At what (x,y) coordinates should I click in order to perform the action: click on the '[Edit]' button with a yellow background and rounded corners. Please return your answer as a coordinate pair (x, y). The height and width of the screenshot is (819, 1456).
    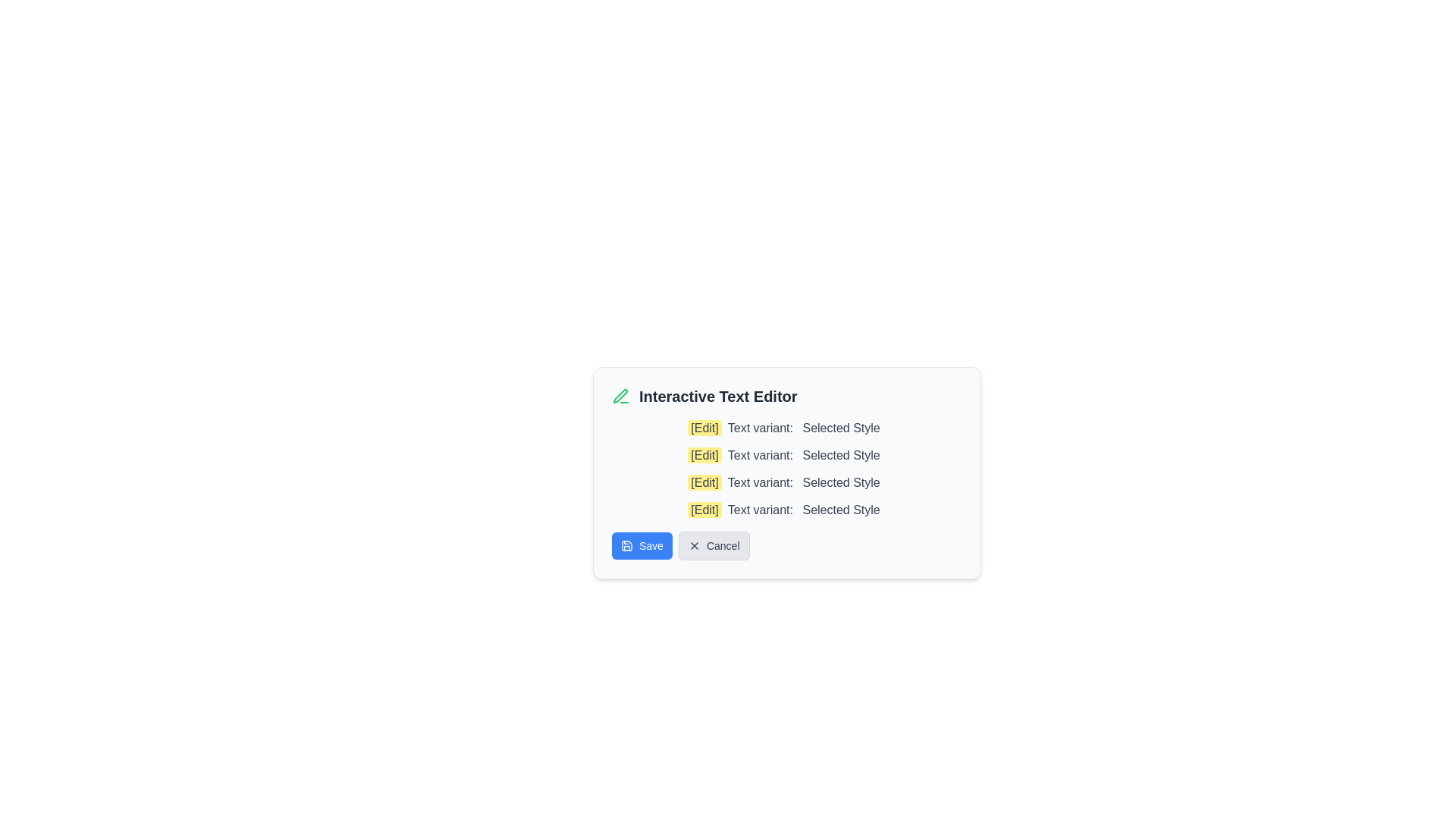
    Looking at the image, I should click on (704, 428).